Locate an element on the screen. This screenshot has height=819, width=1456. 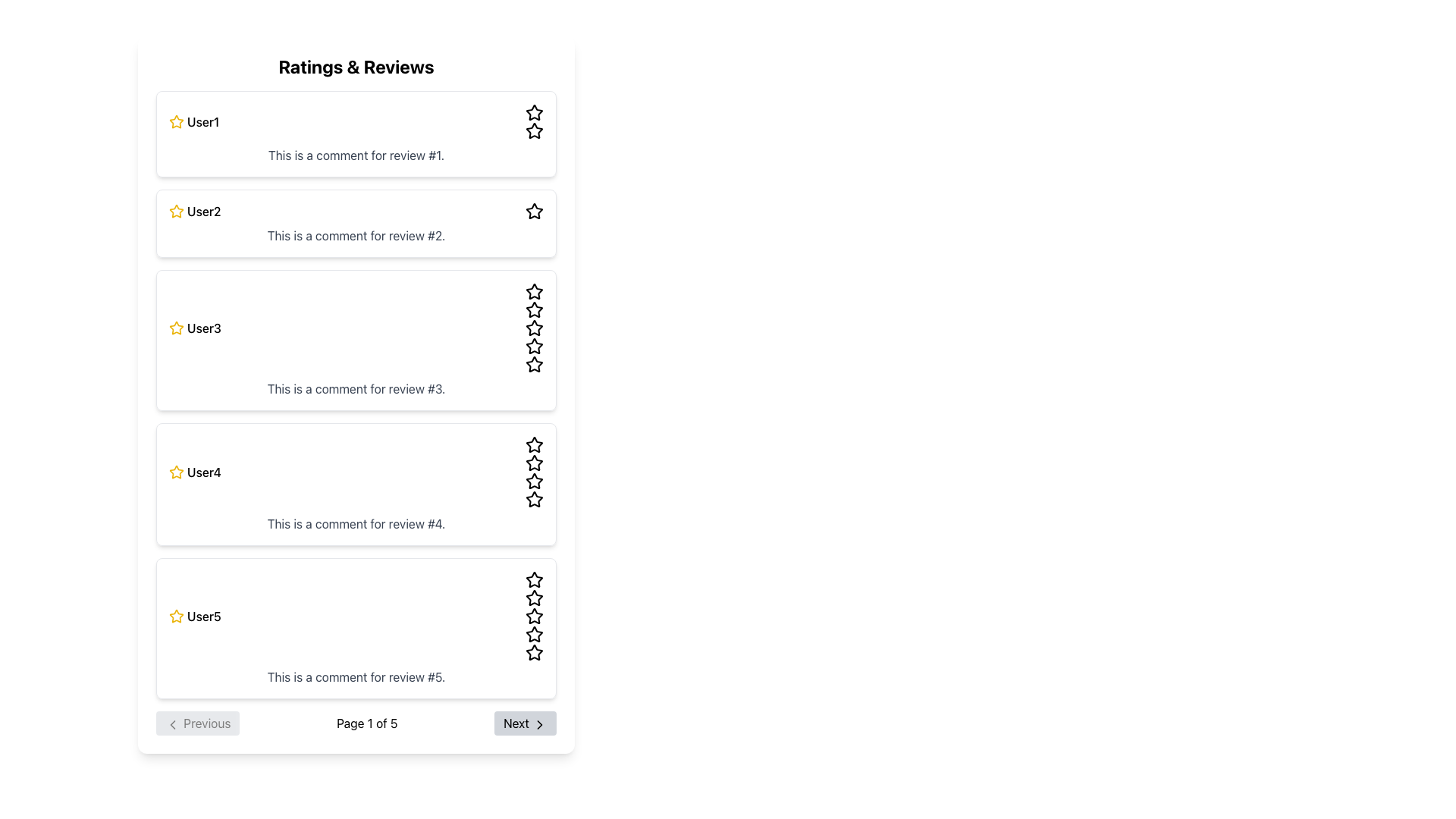
the topmost star icon in the vertical stack of rating stars within the 'User5' review card is located at coordinates (535, 579).